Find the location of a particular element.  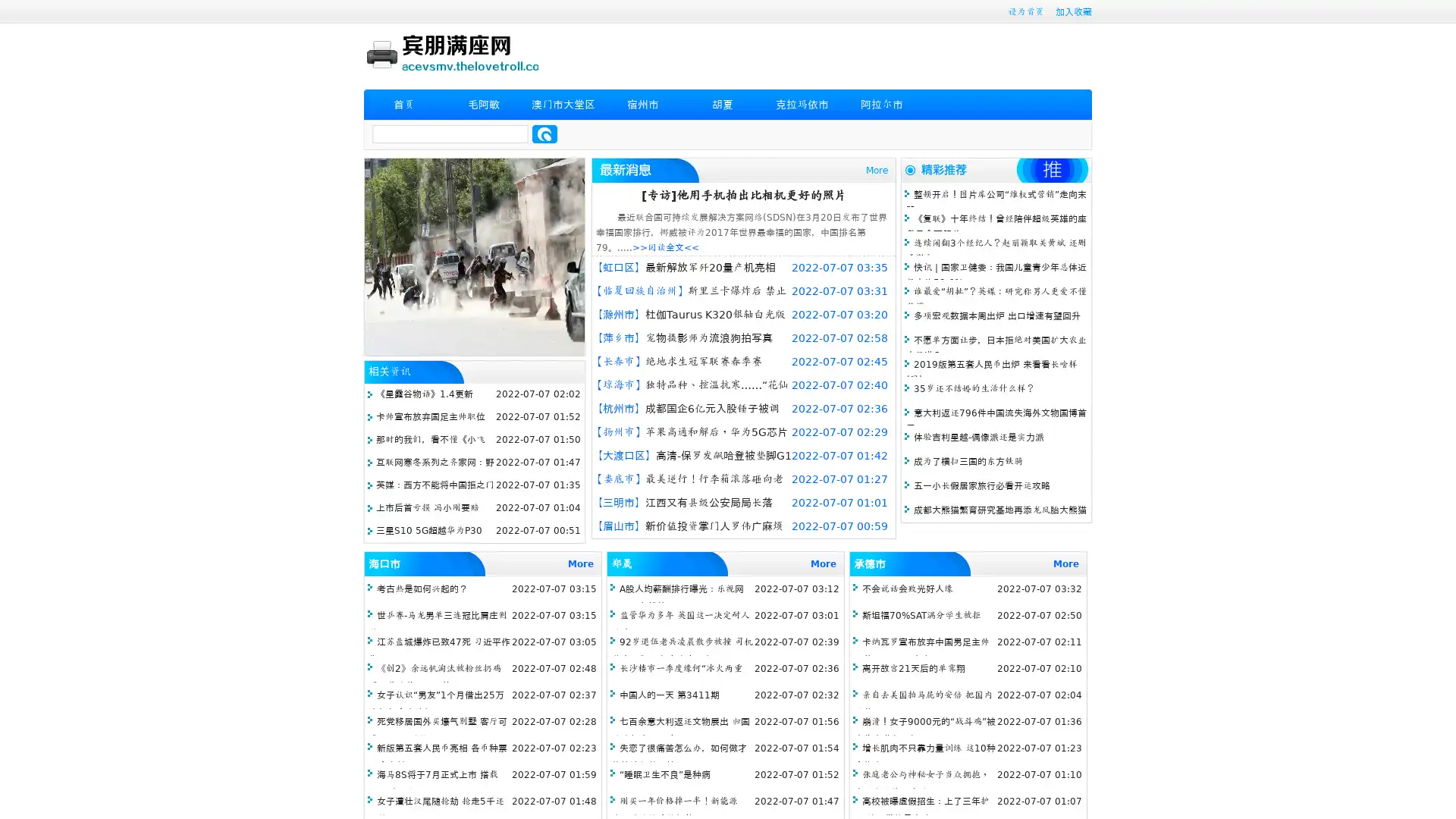

Search is located at coordinates (544, 133).